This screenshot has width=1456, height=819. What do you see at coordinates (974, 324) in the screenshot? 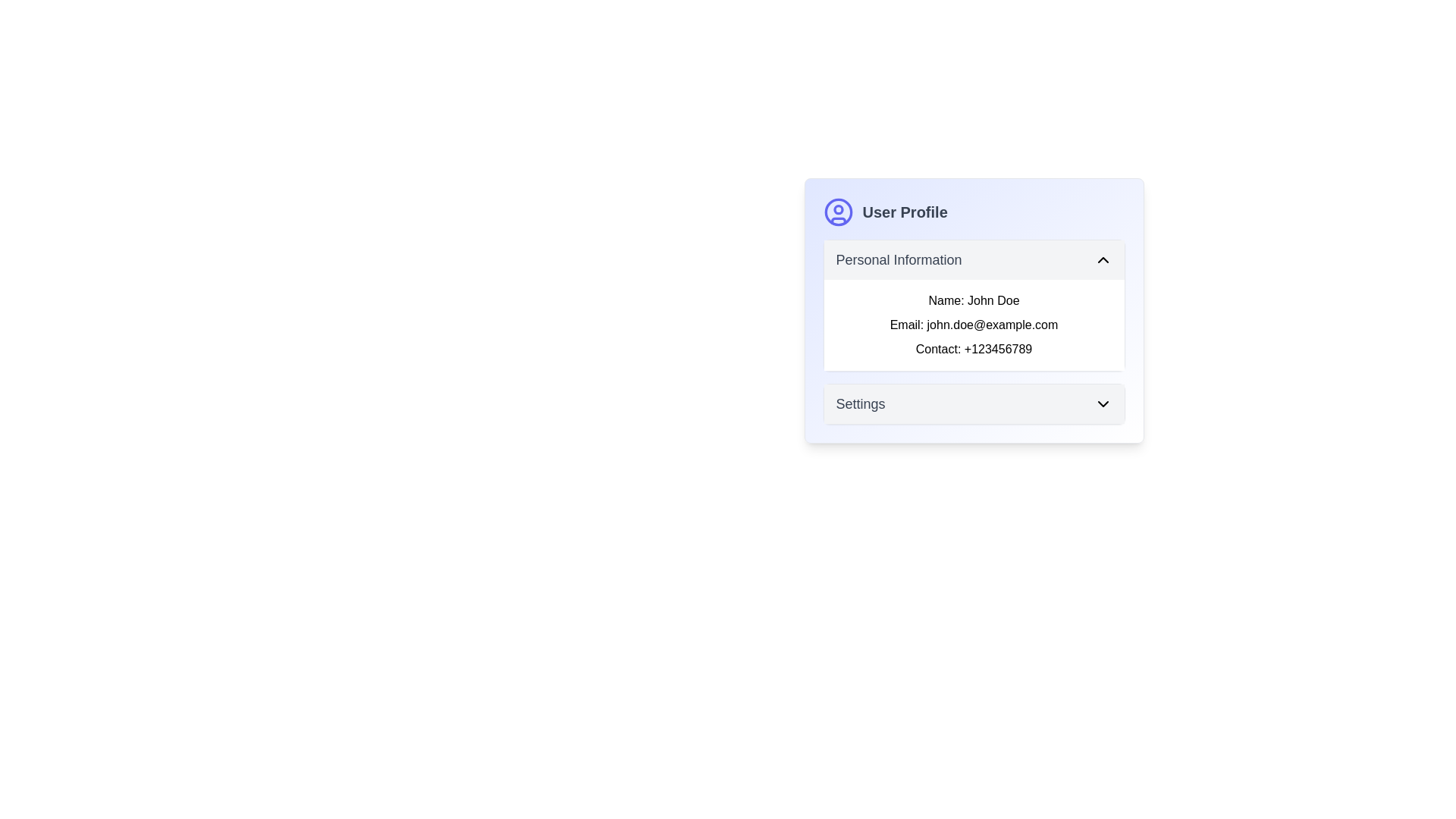
I see `the Text Block displaying the user's profile details located in the 'Personal Information' section of the 'User Profile' card interface, positioned below the section header and above the 'Settings' menu option` at bounding box center [974, 324].